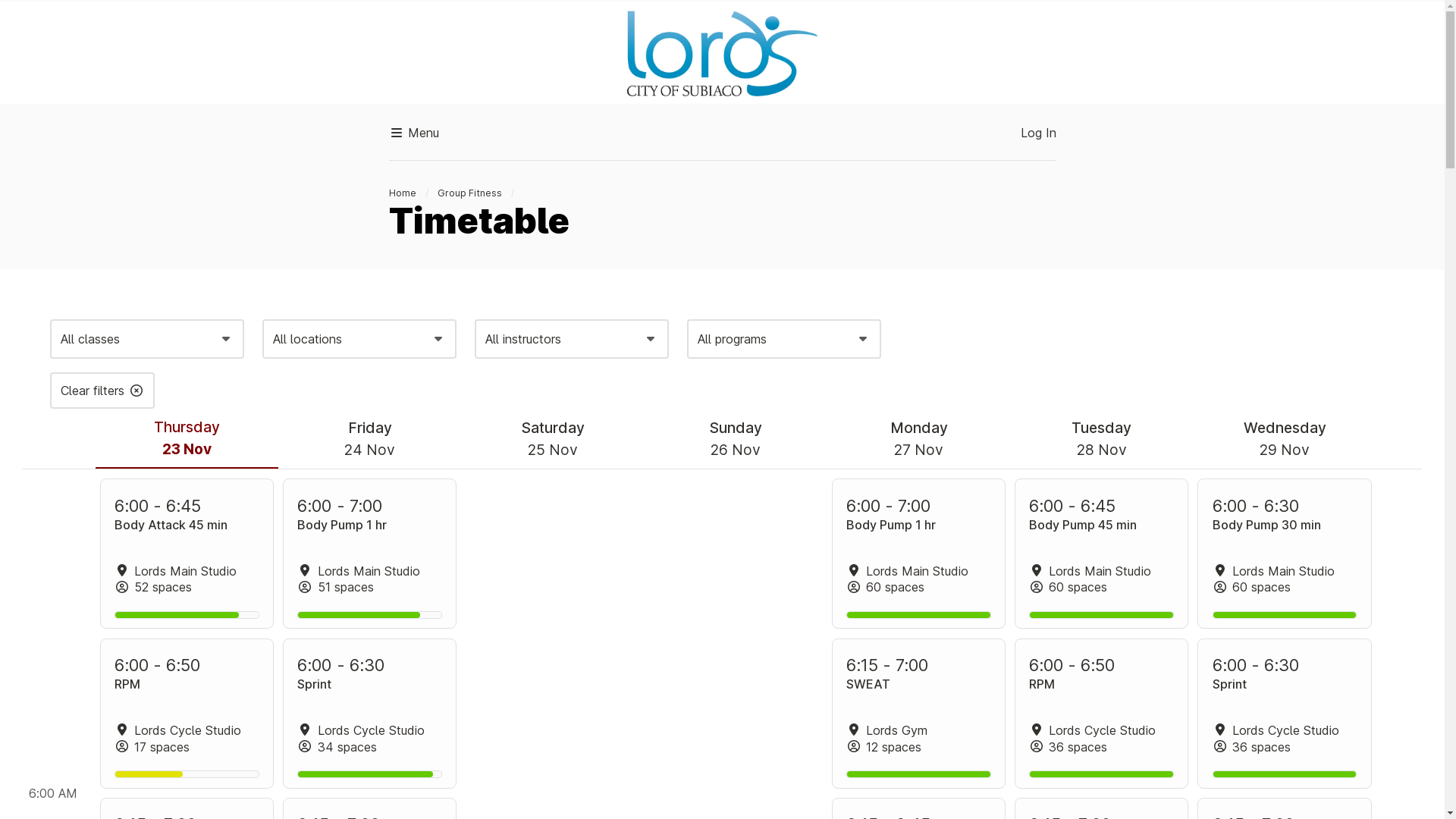  Describe the element at coordinates (359, 338) in the screenshot. I see `'All locations'` at that location.